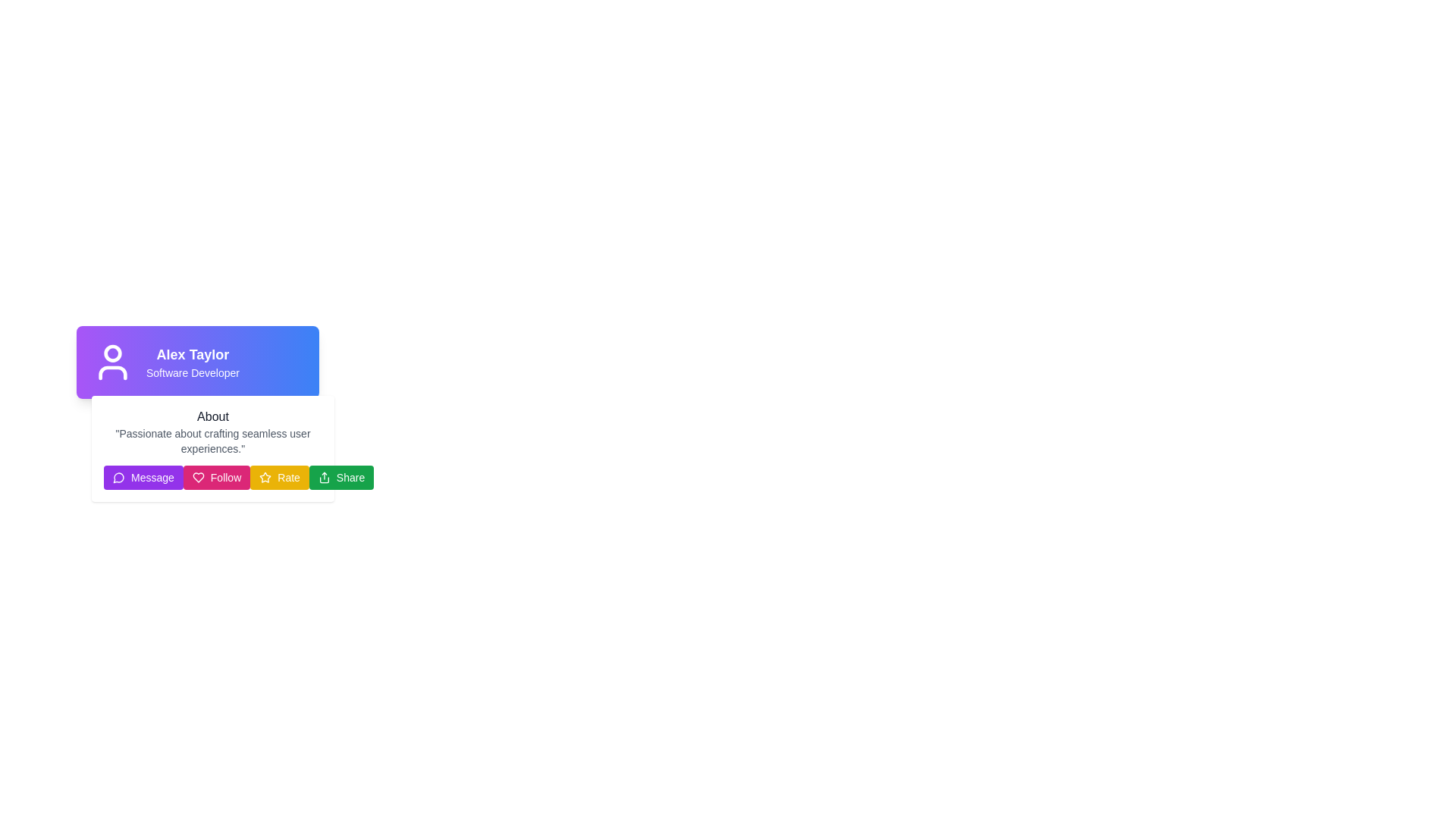  What do you see at coordinates (143, 476) in the screenshot?
I see `the first button in the horizontal row that allows users to send a message` at bounding box center [143, 476].